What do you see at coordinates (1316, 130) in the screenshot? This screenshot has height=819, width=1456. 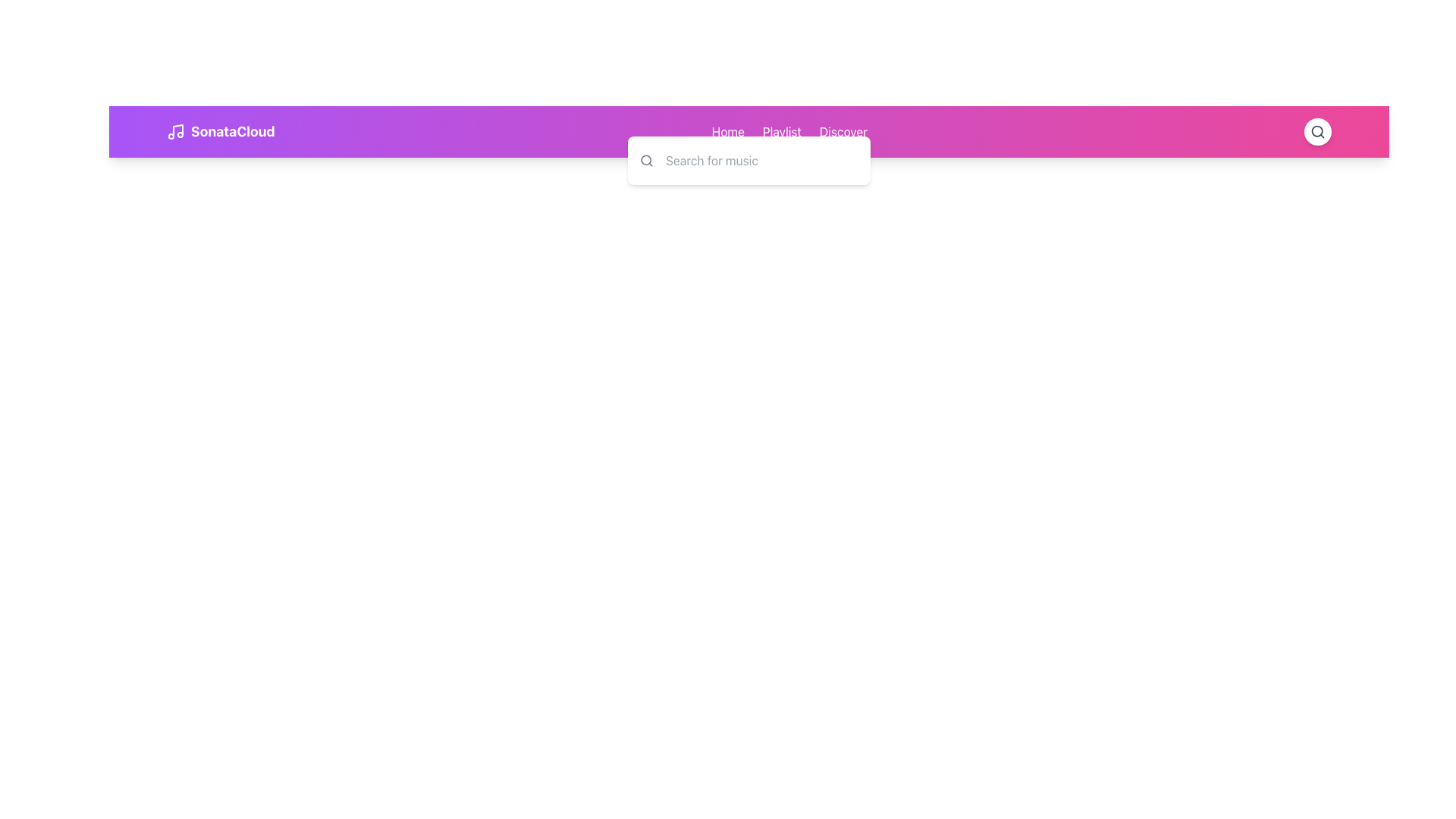 I see `the circular button with a white background and a magnifying glass icon located in the far-right section of the header bar` at bounding box center [1316, 130].